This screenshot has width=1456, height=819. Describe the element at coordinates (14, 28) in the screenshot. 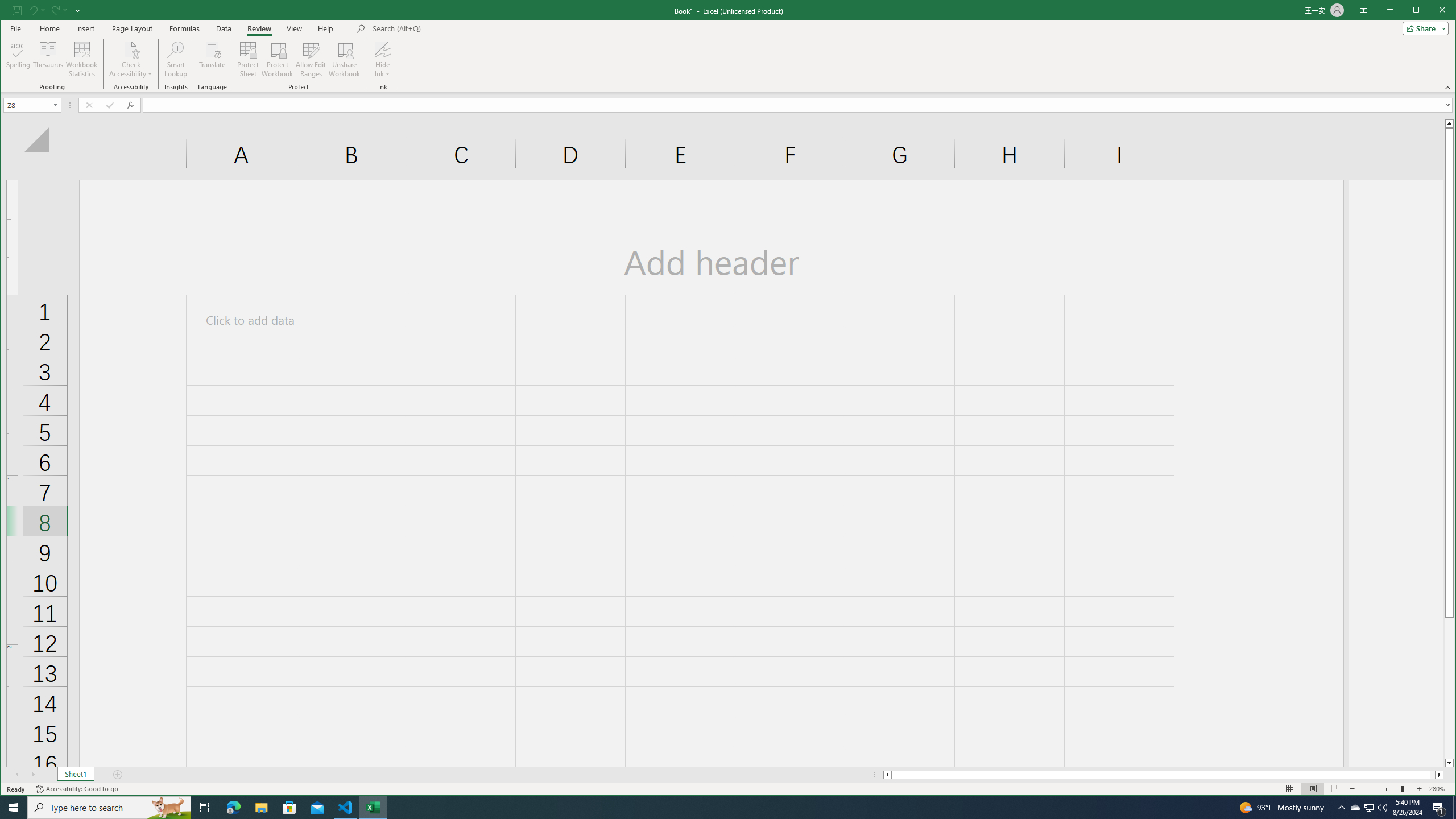

I see `'File Tab'` at that location.